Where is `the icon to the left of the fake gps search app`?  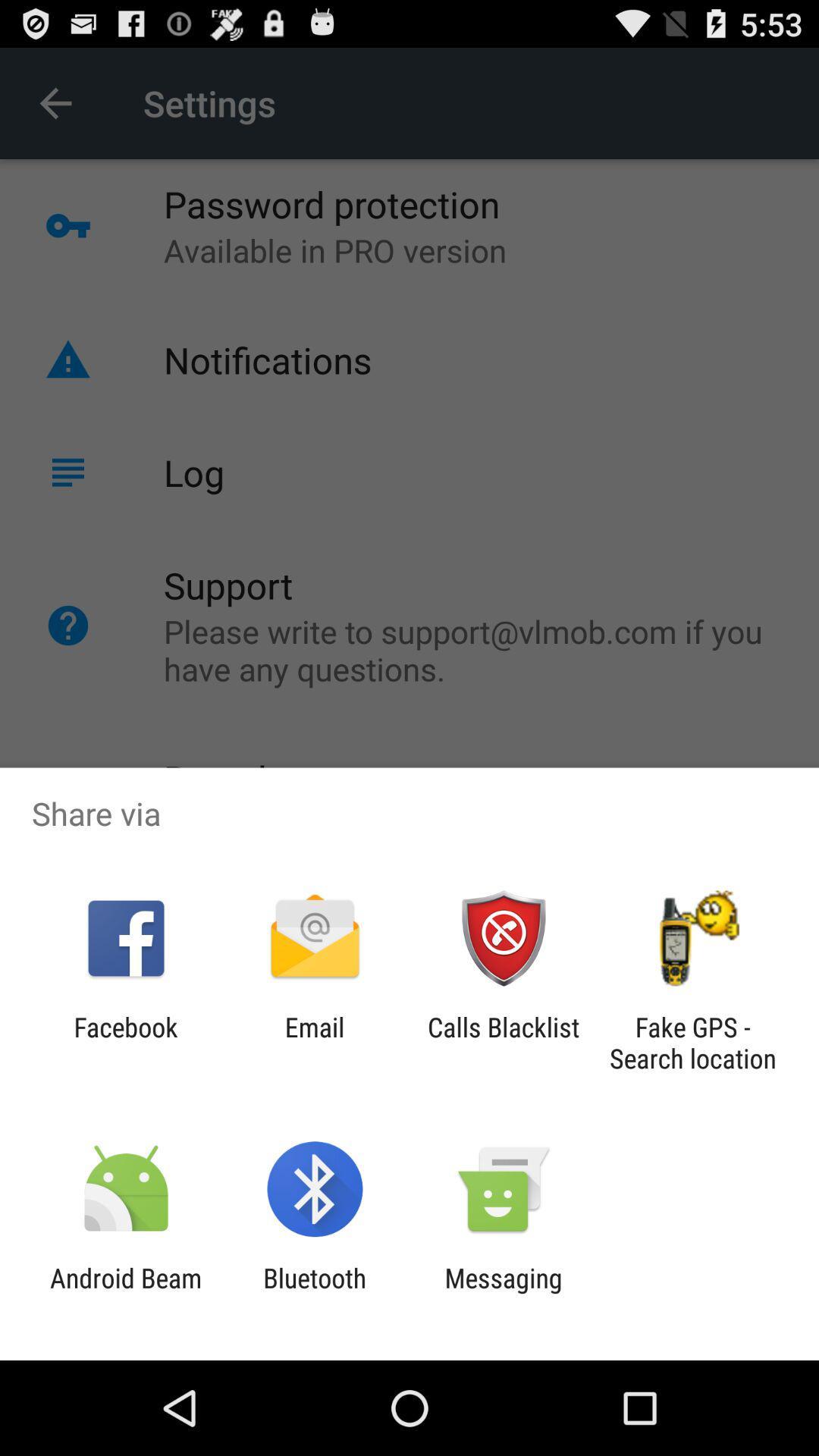
the icon to the left of the fake gps search app is located at coordinates (504, 1042).